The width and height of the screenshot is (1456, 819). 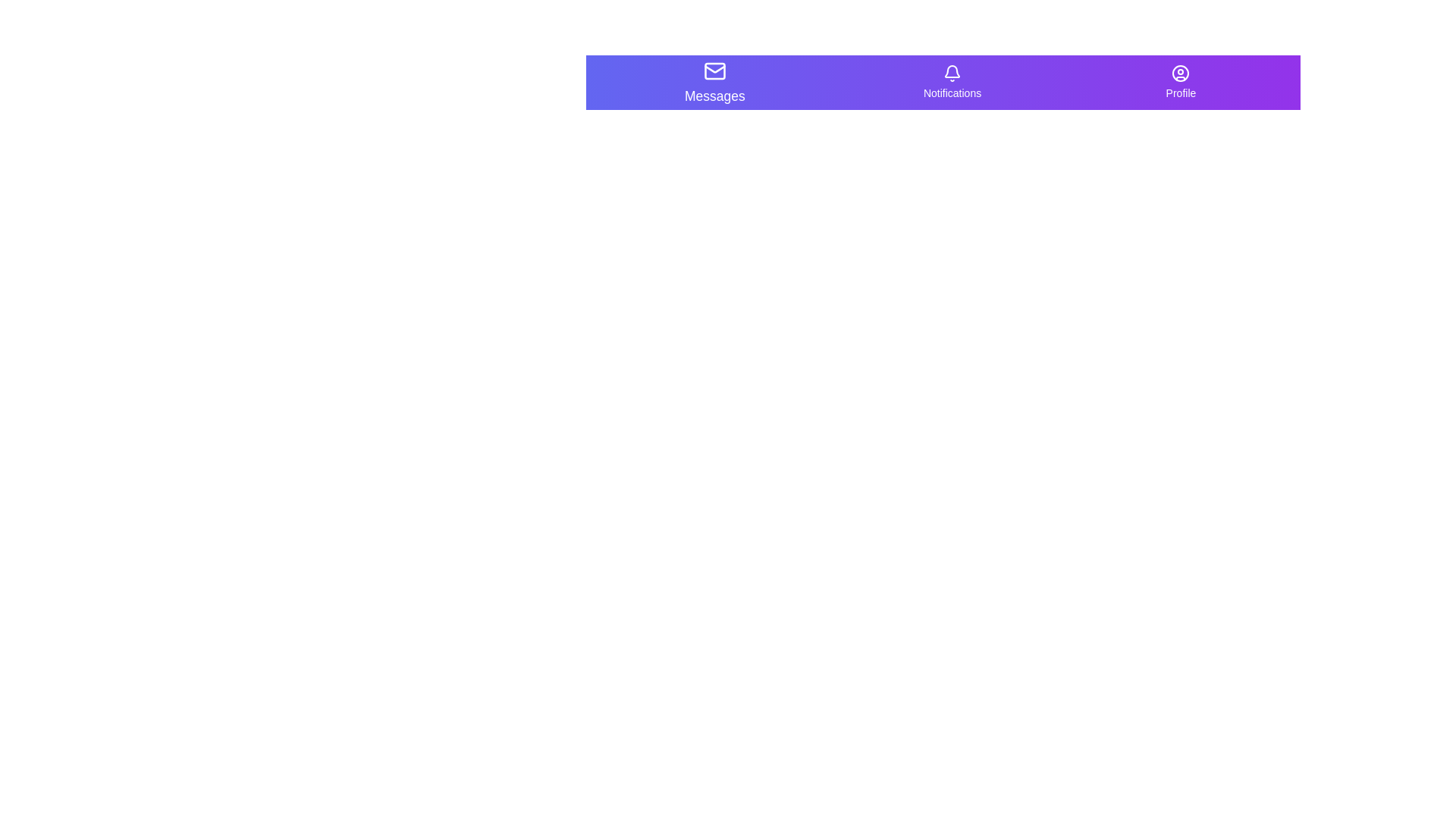 What do you see at coordinates (714, 82) in the screenshot?
I see `the navigation item labeled Messages to select it` at bounding box center [714, 82].